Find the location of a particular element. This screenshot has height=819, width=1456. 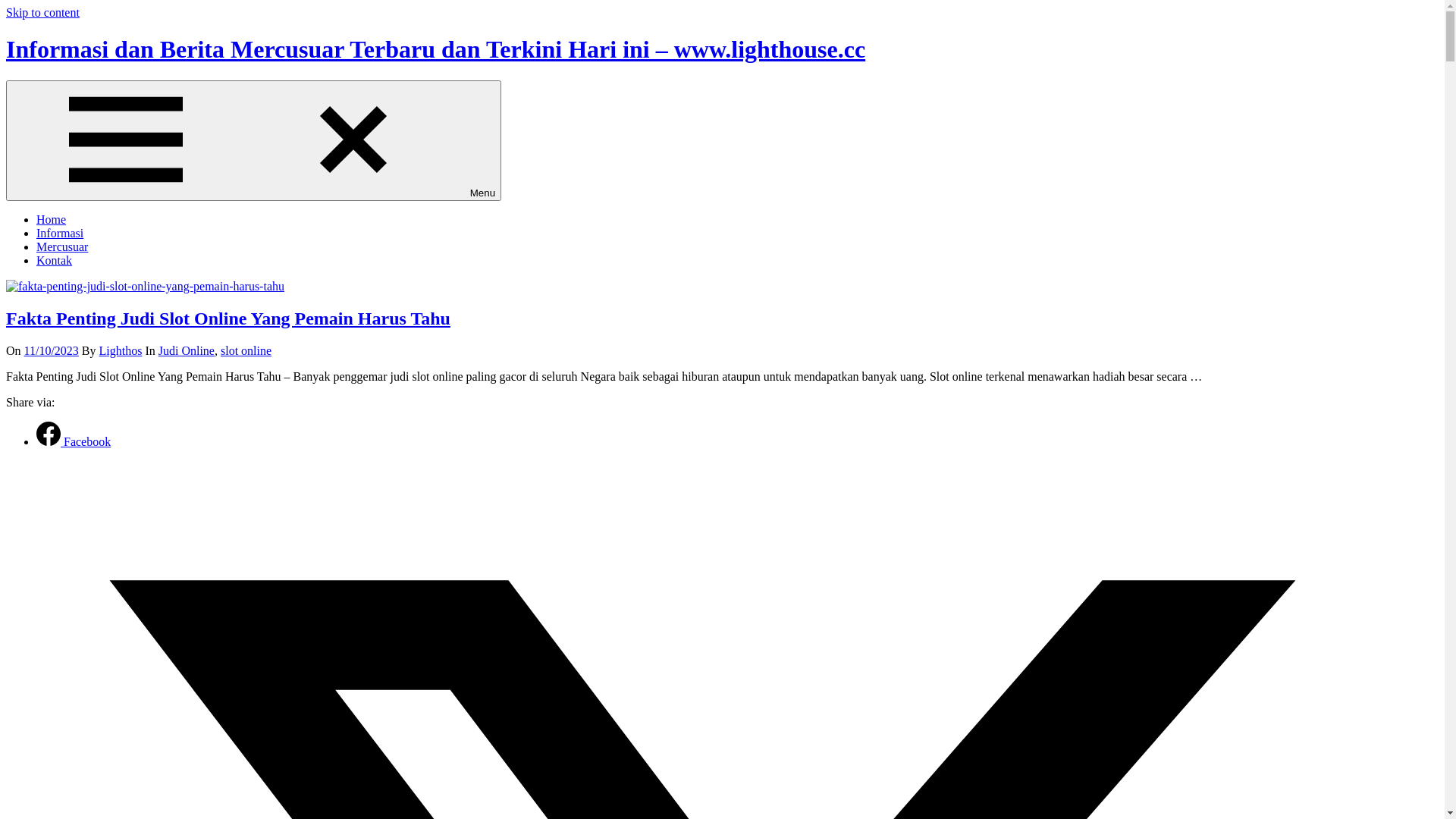

'Lighthos' is located at coordinates (120, 350).